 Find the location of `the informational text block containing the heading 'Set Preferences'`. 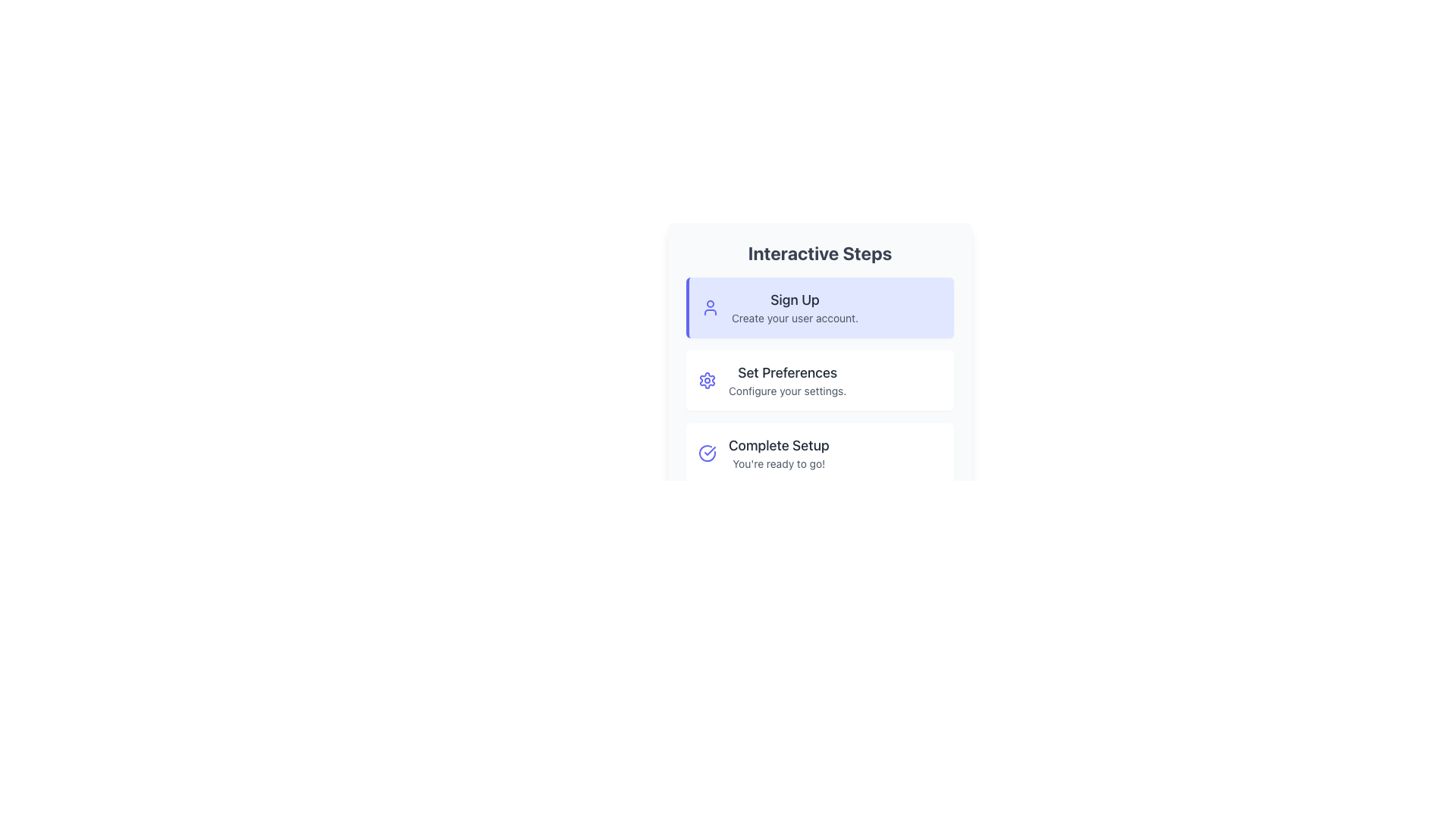

the informational text block containing the heading 'Set Preferences' is located at coordinates (787, 379).